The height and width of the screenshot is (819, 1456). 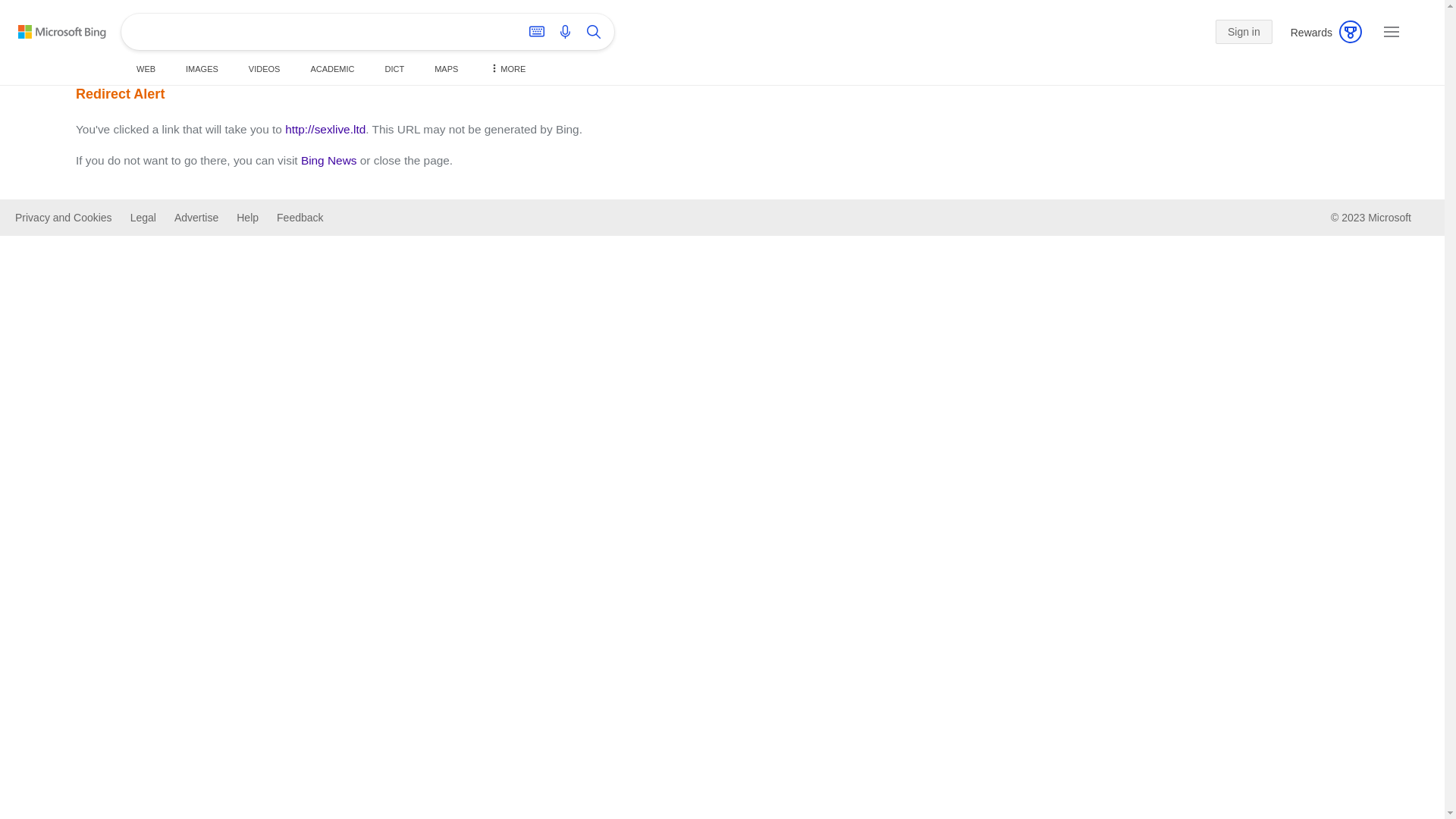 What do you see at coordinates (247, 217) in the screenshot?
I see `'Help'` at bounding box center [247, 217].